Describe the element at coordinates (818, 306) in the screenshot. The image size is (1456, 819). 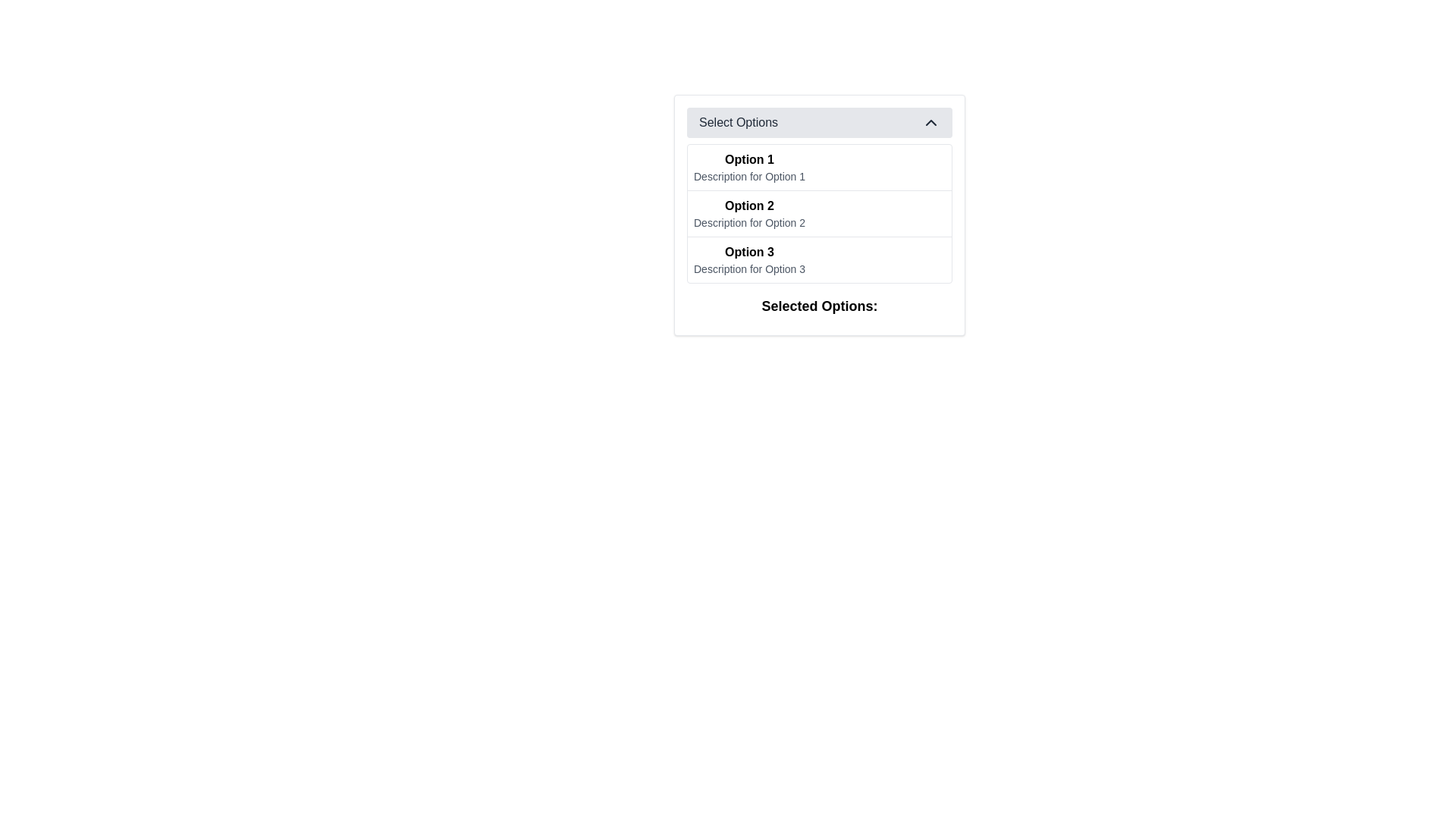
I see `the bold text label stating 'Selected Options:' which is located at the bottom of a bordered white box within the interface` at that location.